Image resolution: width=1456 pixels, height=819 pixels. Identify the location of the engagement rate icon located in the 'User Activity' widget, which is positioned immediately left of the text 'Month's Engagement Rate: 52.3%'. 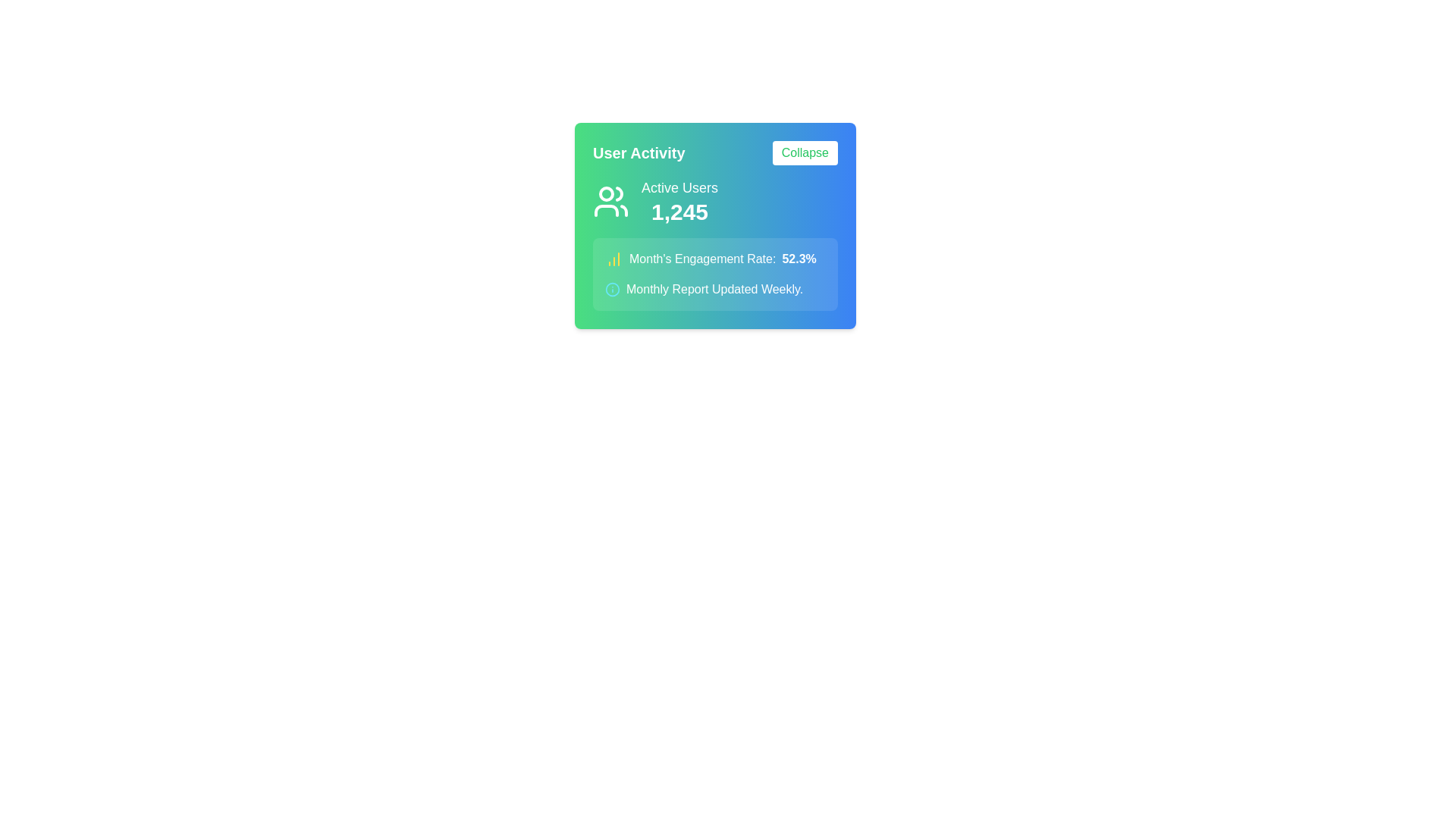
(614, 259).